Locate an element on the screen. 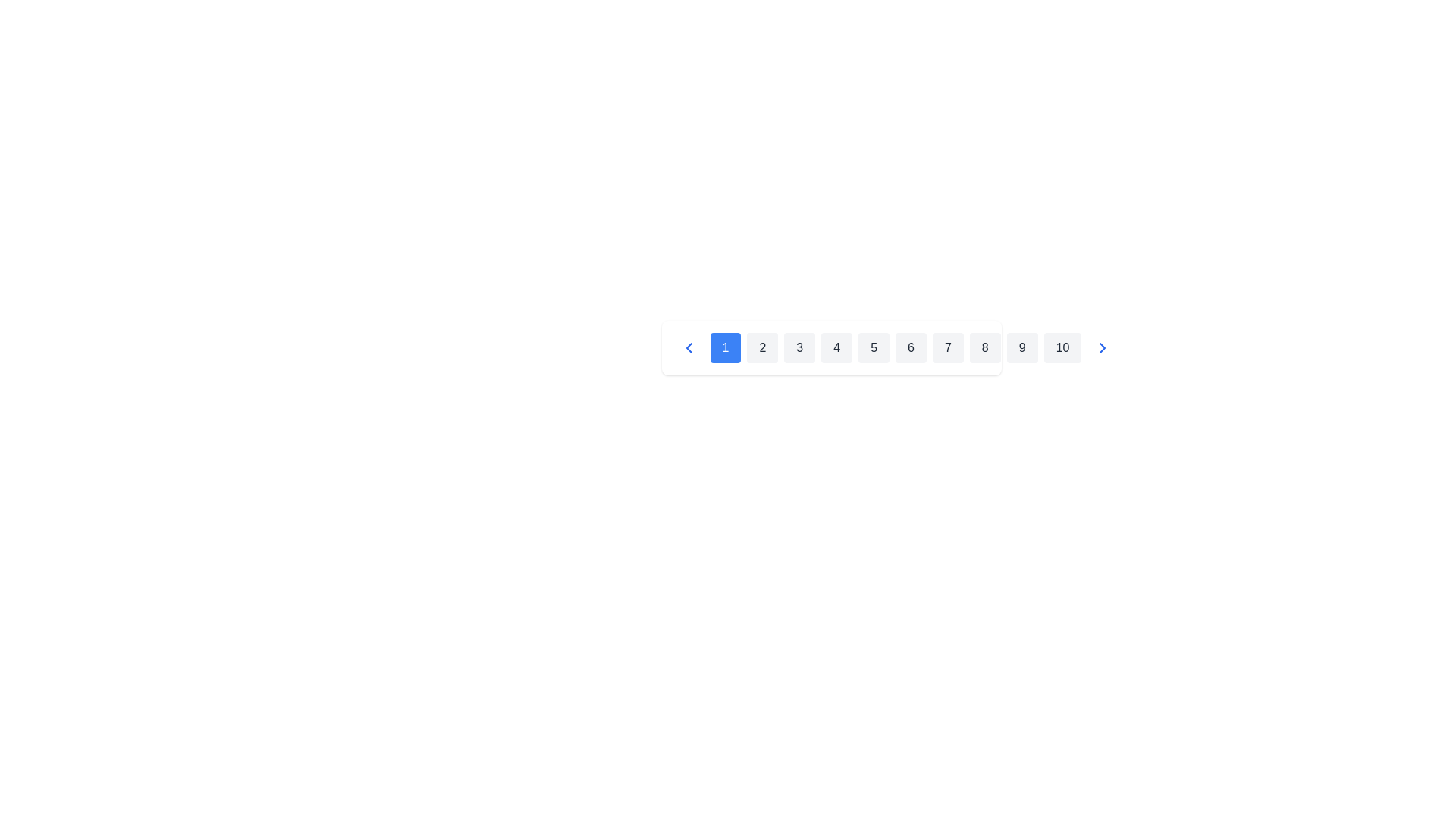 The width and height of the screenshot is (1456, 819). the pagination button for the fourth page is located at coordinates (830, 348).